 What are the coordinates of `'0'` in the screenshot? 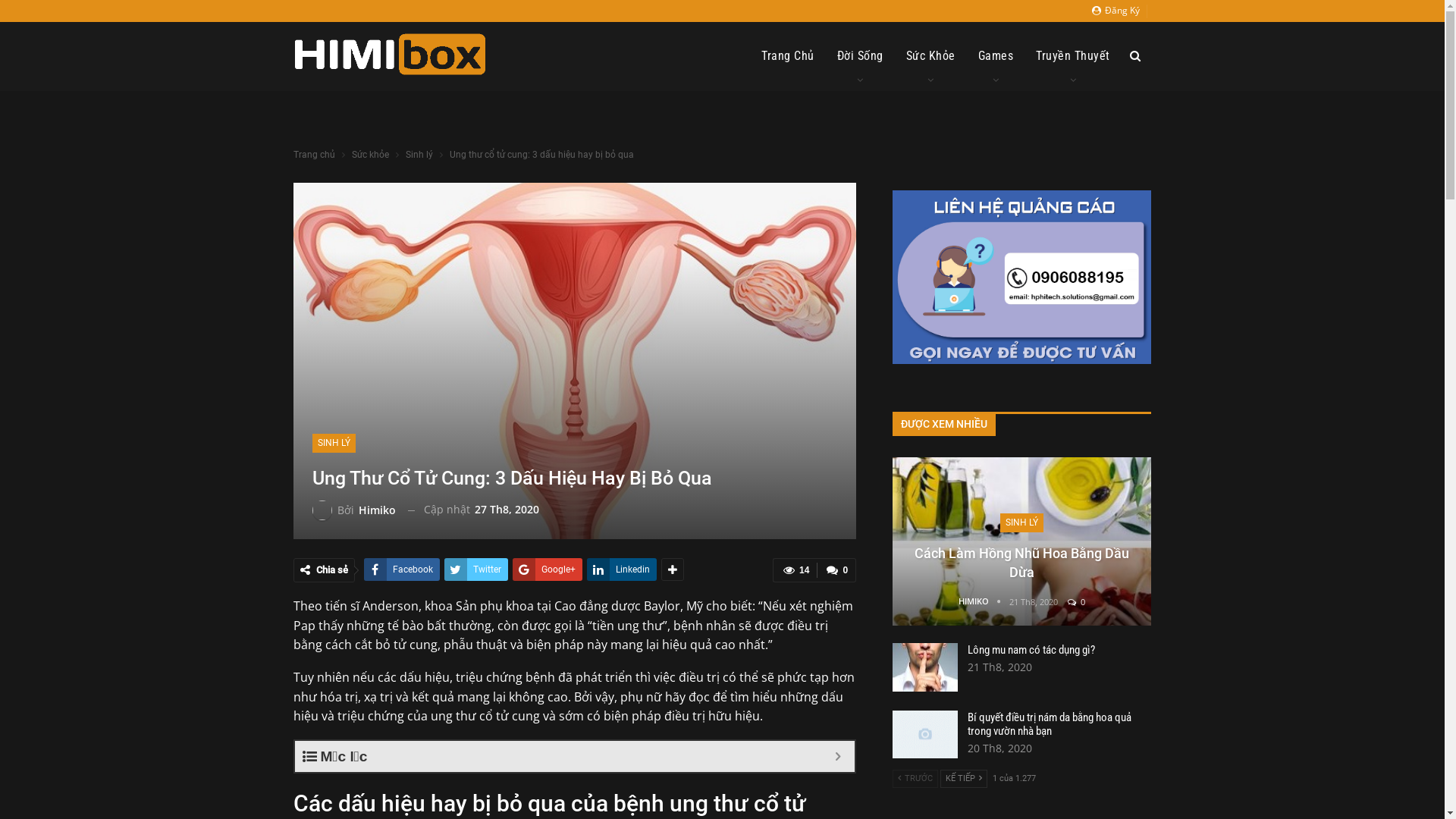 It's located at (815, 570).